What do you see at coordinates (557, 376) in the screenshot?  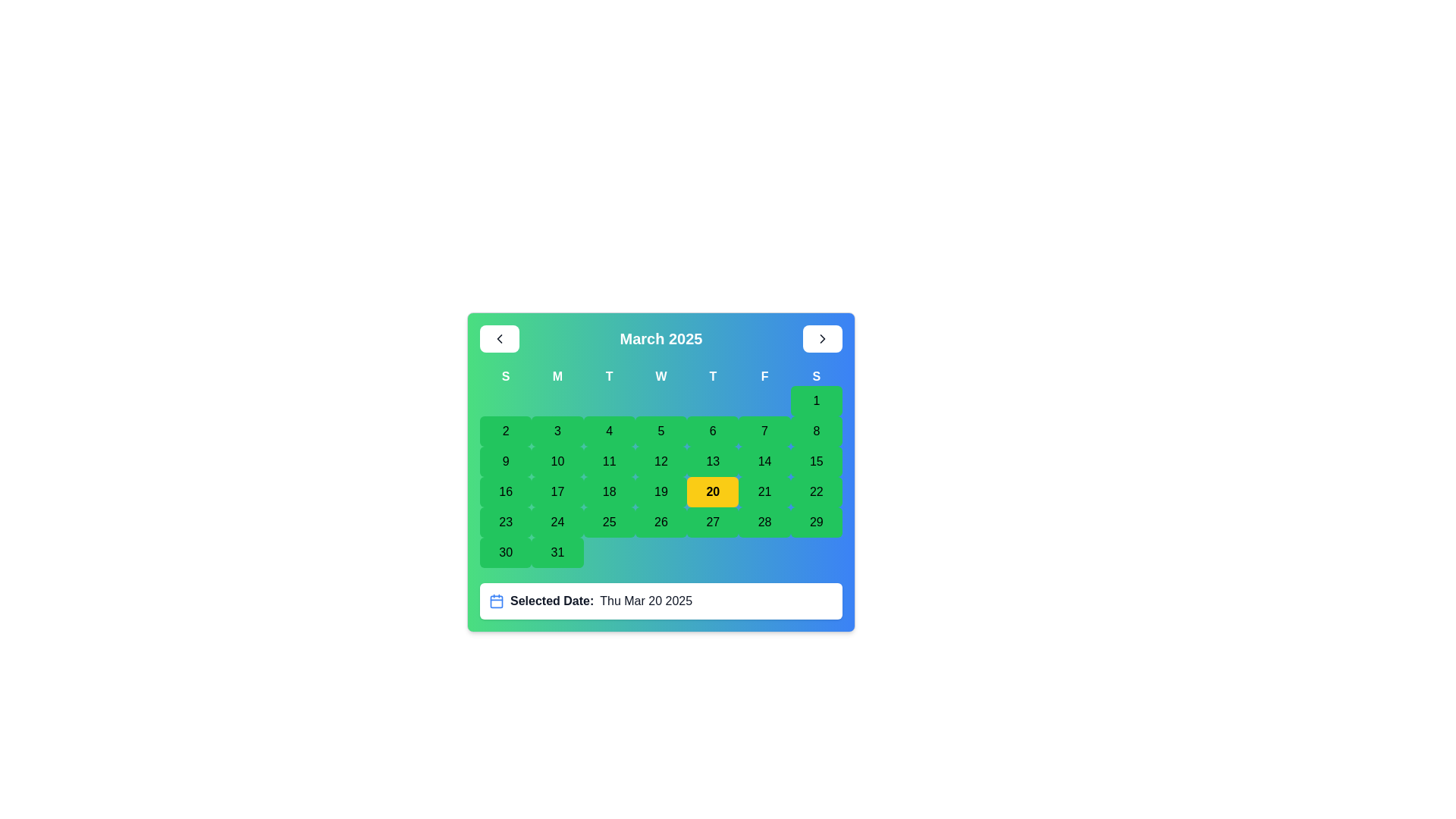 I see `the label displaying the letter 'M' which is part of the sequence indicating weekdays, located in a green box at the top section of the interface` at bounding box center [557, 376].